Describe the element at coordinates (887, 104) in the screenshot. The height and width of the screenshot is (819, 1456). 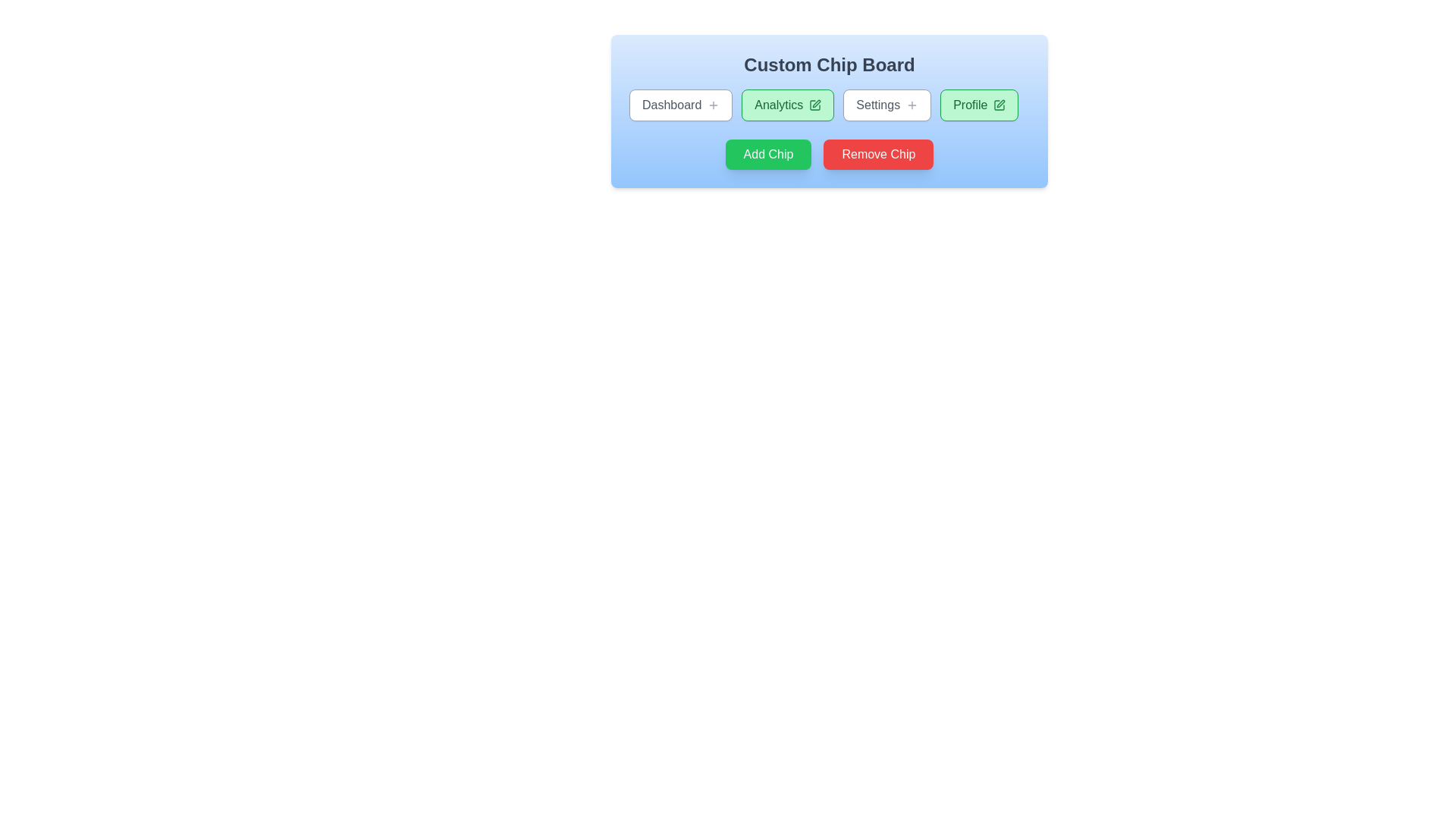
I see `the chip labeled 'Settings'` at that location.